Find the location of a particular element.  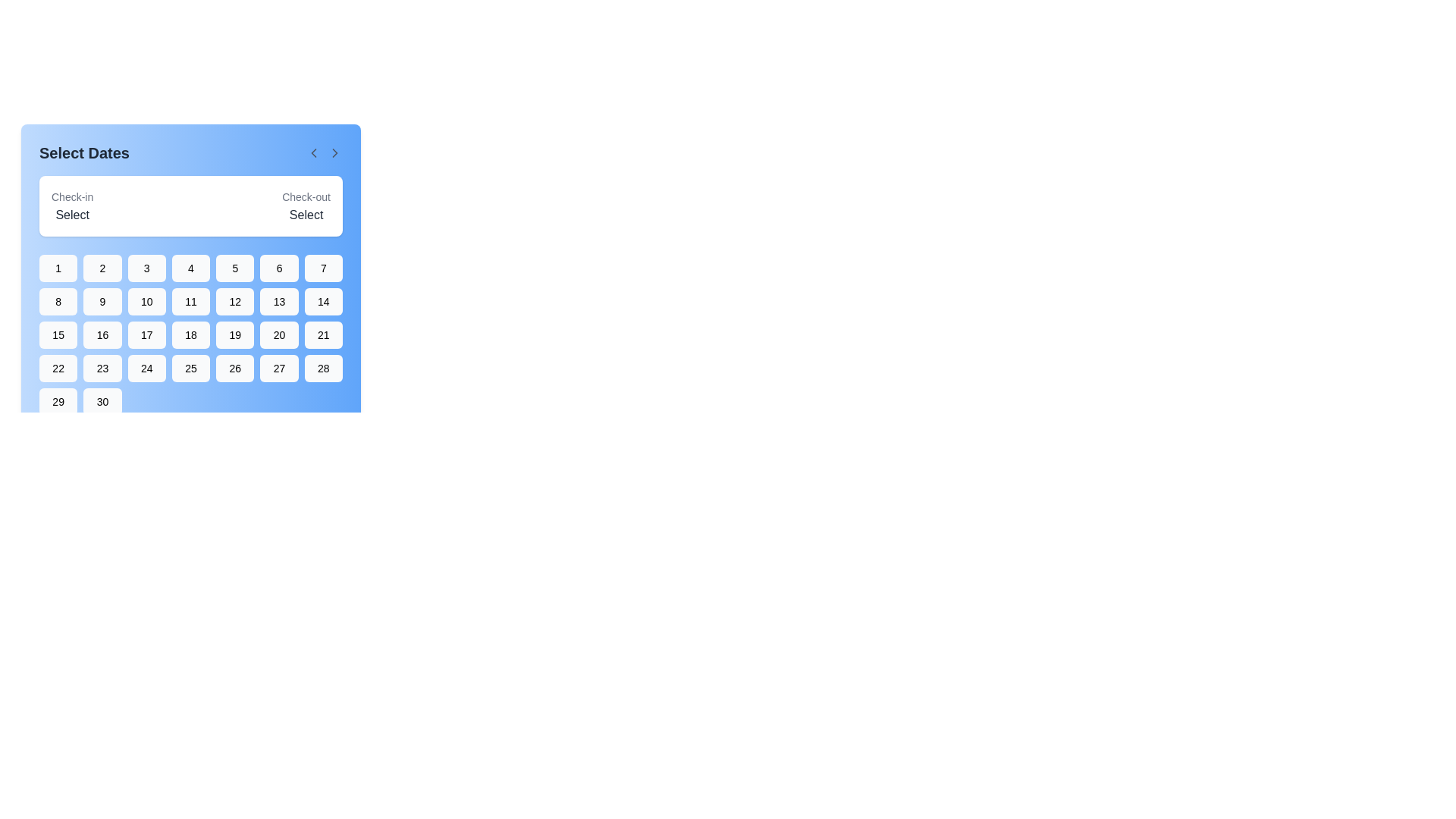

the bold text label displaying 'Select Dates' at the top-left corner of the blue-themed date selection interface is located at coordinates (83, 152).